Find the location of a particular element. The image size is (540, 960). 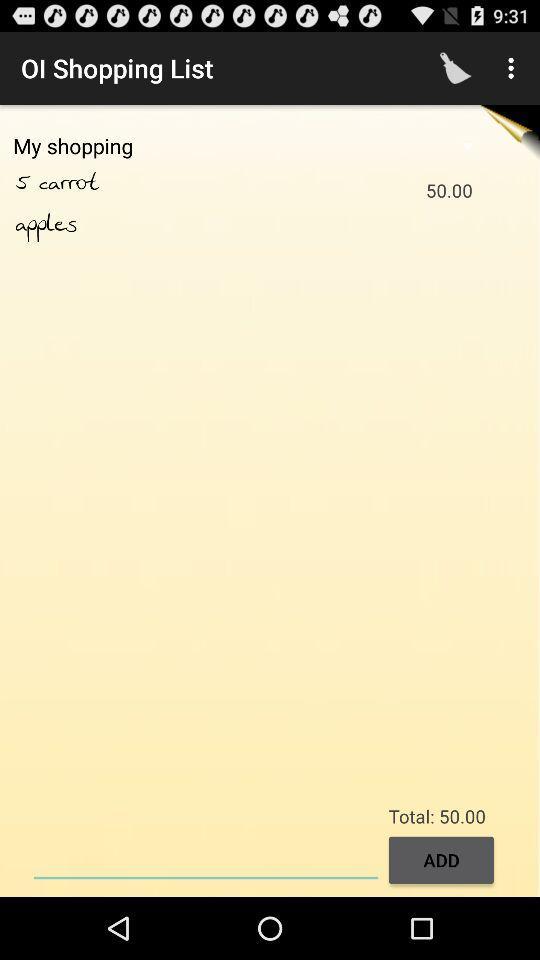

the app above the apples is located at coordinates (26, 183).